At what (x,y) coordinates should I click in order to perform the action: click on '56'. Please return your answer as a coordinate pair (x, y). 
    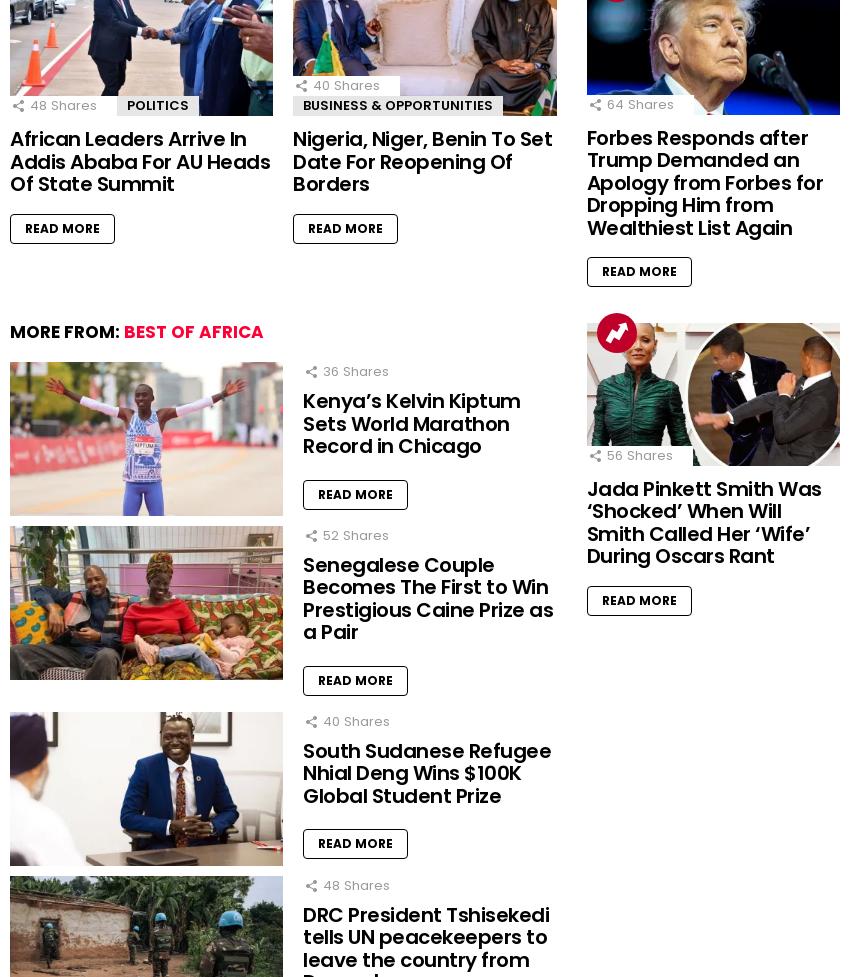
    Looking at the image, I should click on (613, 454).